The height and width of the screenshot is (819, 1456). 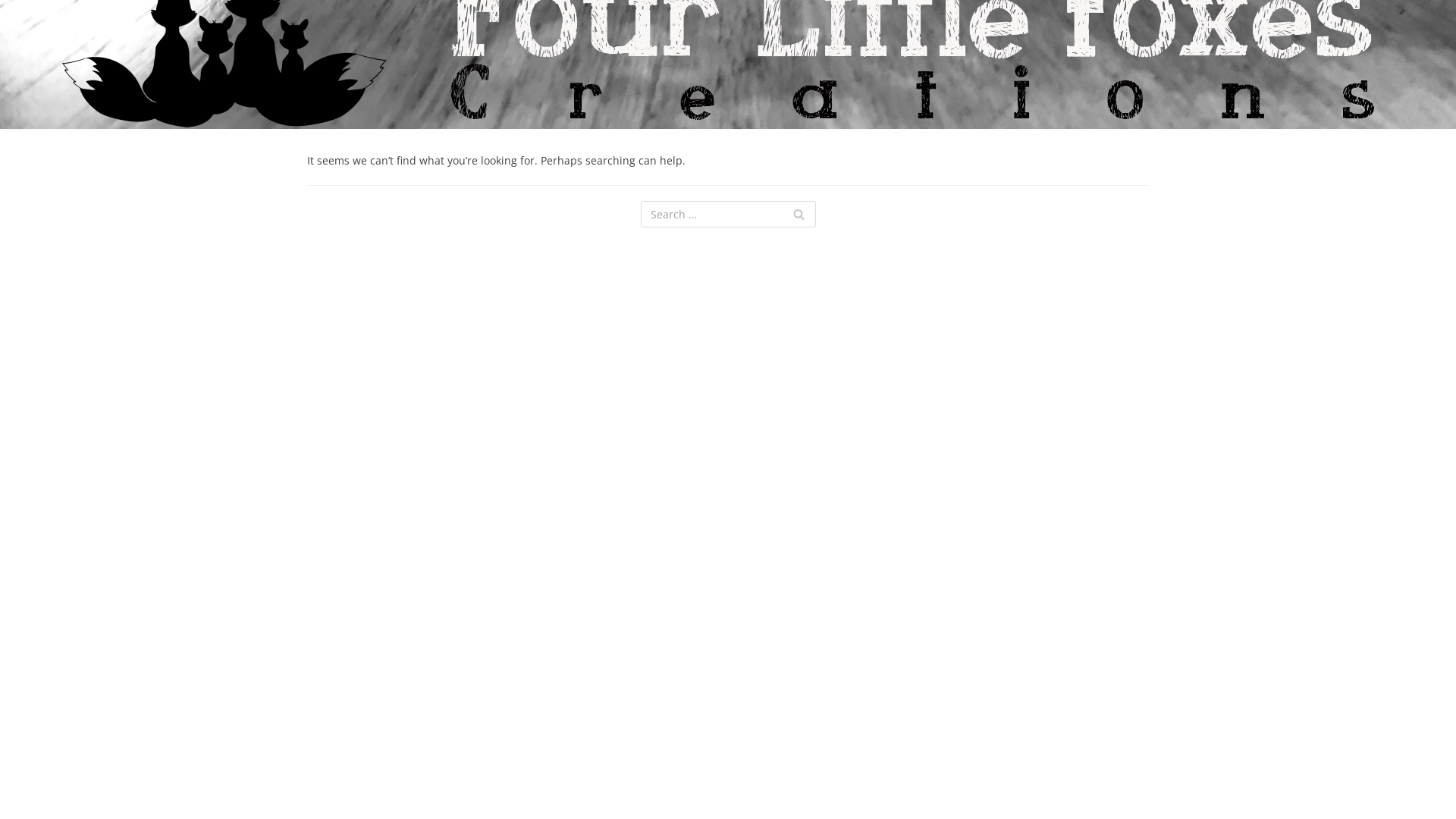 I want to click on 'Skip to content', so click(x=14, y=32).